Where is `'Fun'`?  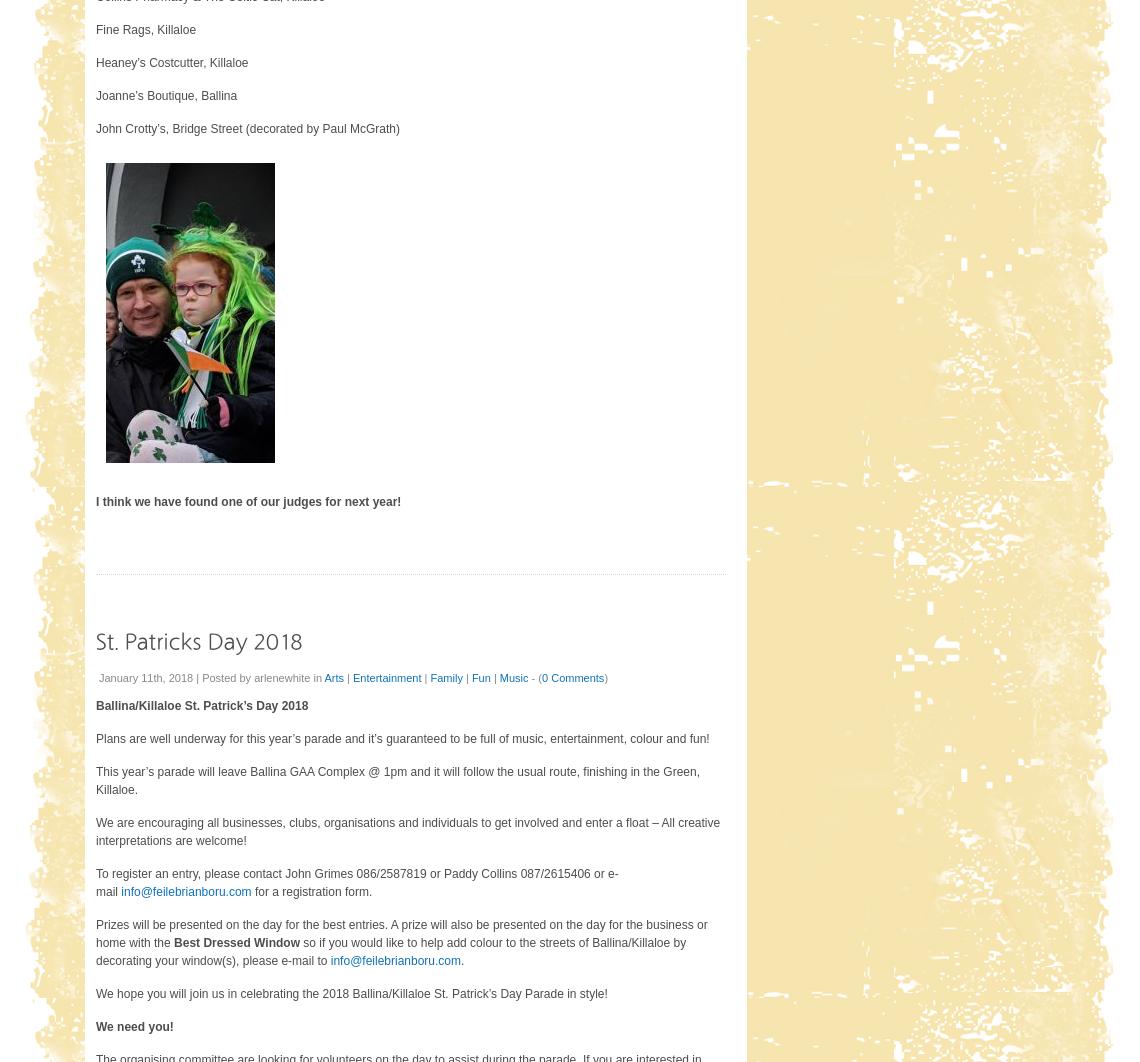 'Fun' is located at coordinates (480, 677).